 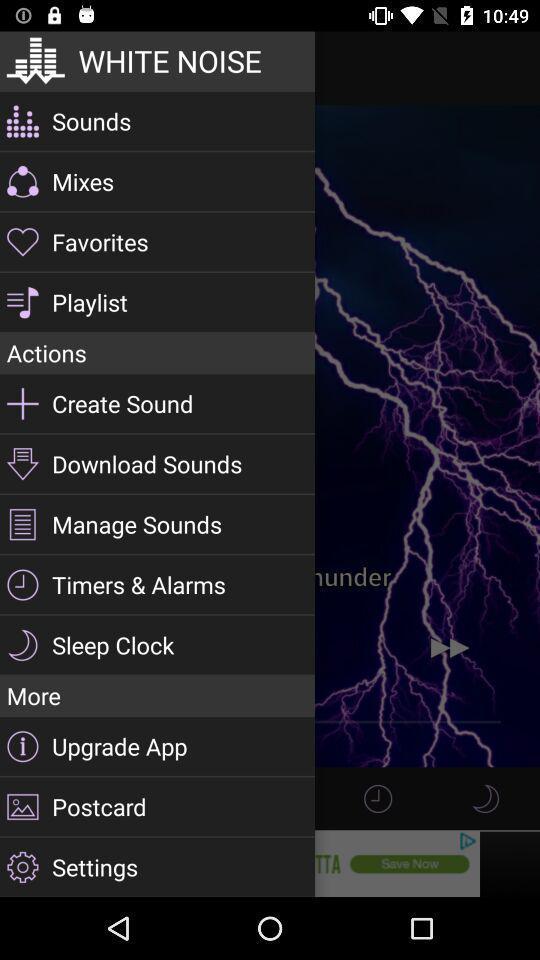 I want to click on the time icon, so click(x=378, y=798).